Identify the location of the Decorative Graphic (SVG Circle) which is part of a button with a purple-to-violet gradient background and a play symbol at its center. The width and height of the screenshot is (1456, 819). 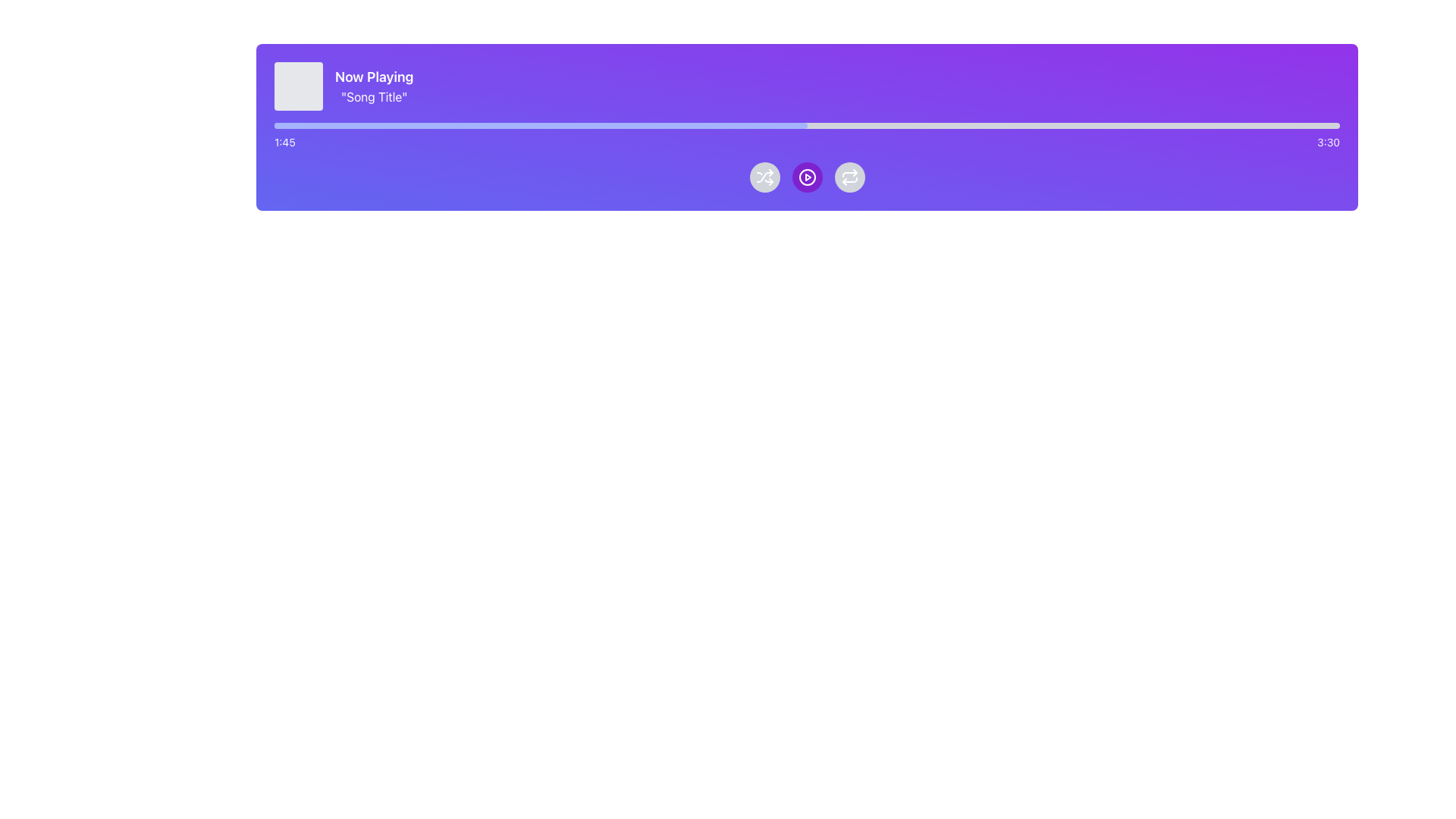
(806, 177).